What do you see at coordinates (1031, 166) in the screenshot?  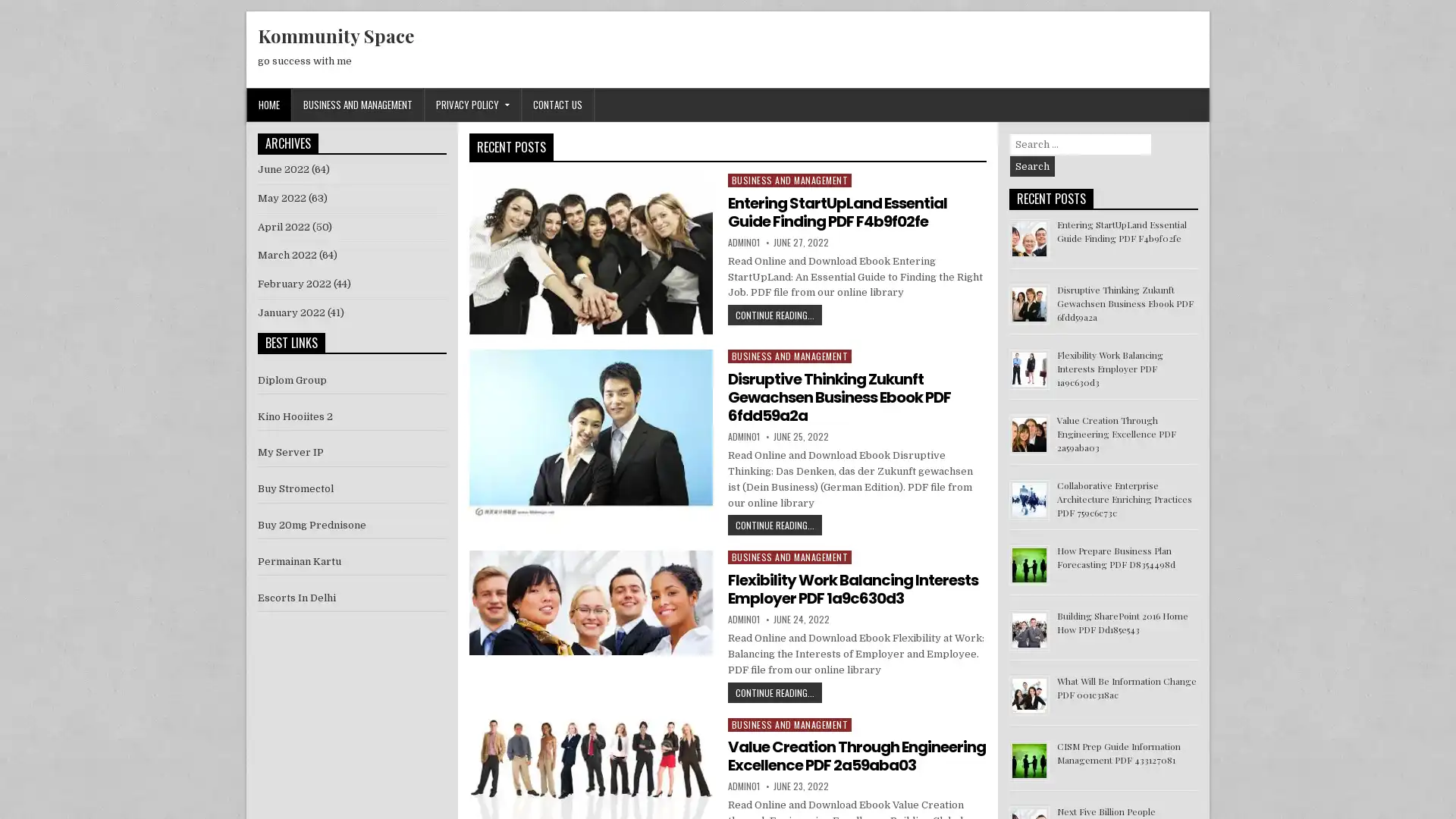 I see `Search` at bounding box center [1031, 166].